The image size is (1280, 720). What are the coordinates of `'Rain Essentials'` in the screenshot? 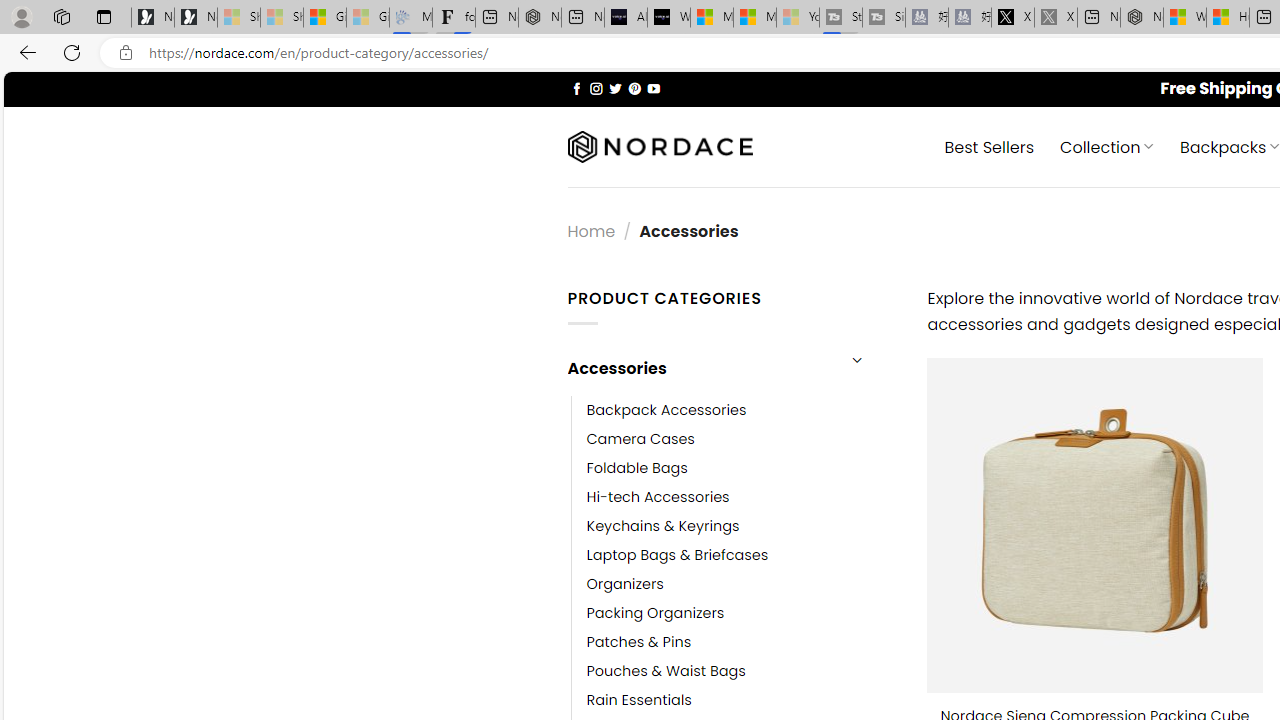 It's located at (638, 699).